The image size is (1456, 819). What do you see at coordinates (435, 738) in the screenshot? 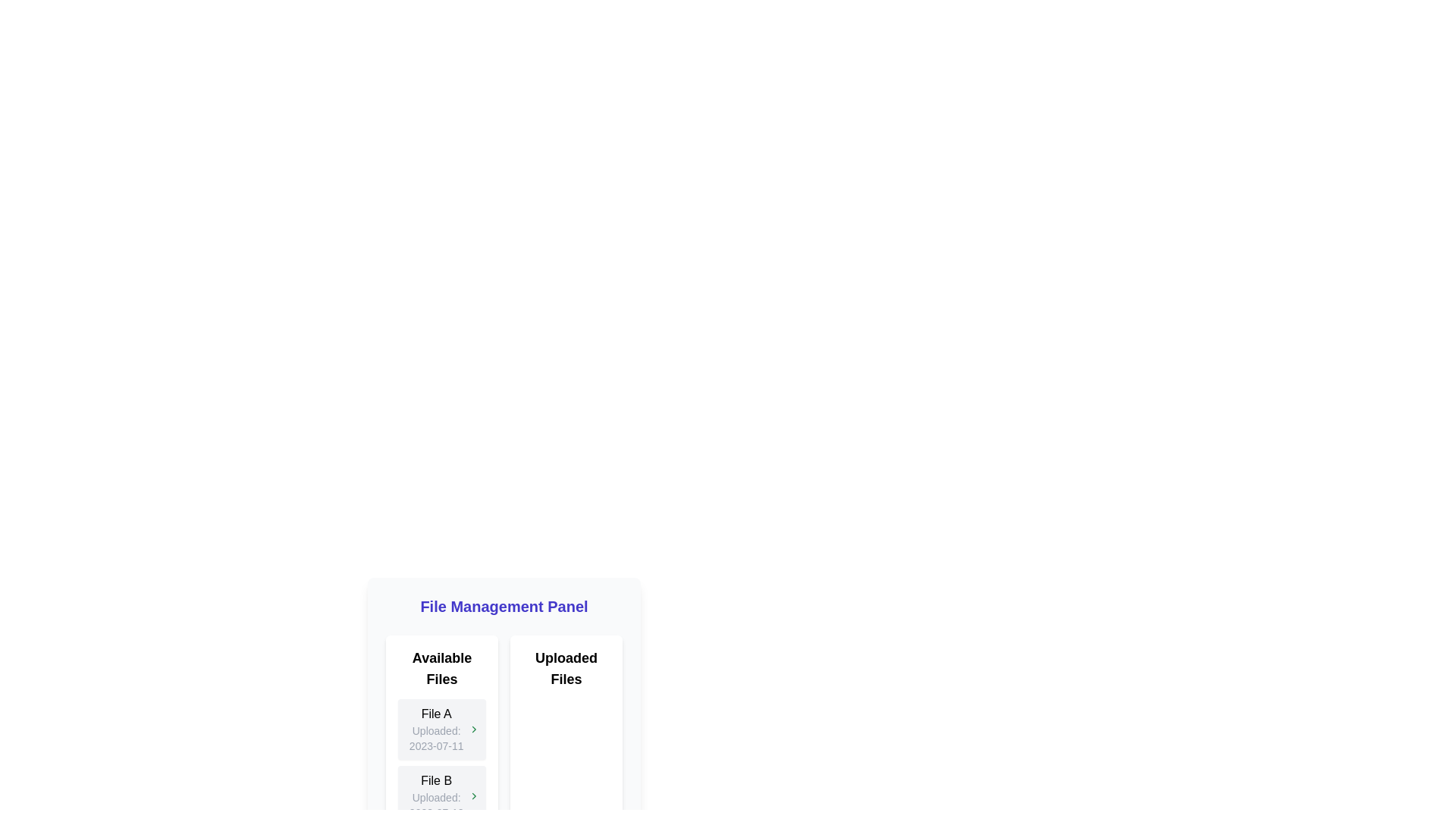
I see `text label displaying 'Uploaded: 2023-07-11', which is positioned below 'File A' in the 'Available Files' column of the 'File Management Panel'` at bounding box center [435, 738].